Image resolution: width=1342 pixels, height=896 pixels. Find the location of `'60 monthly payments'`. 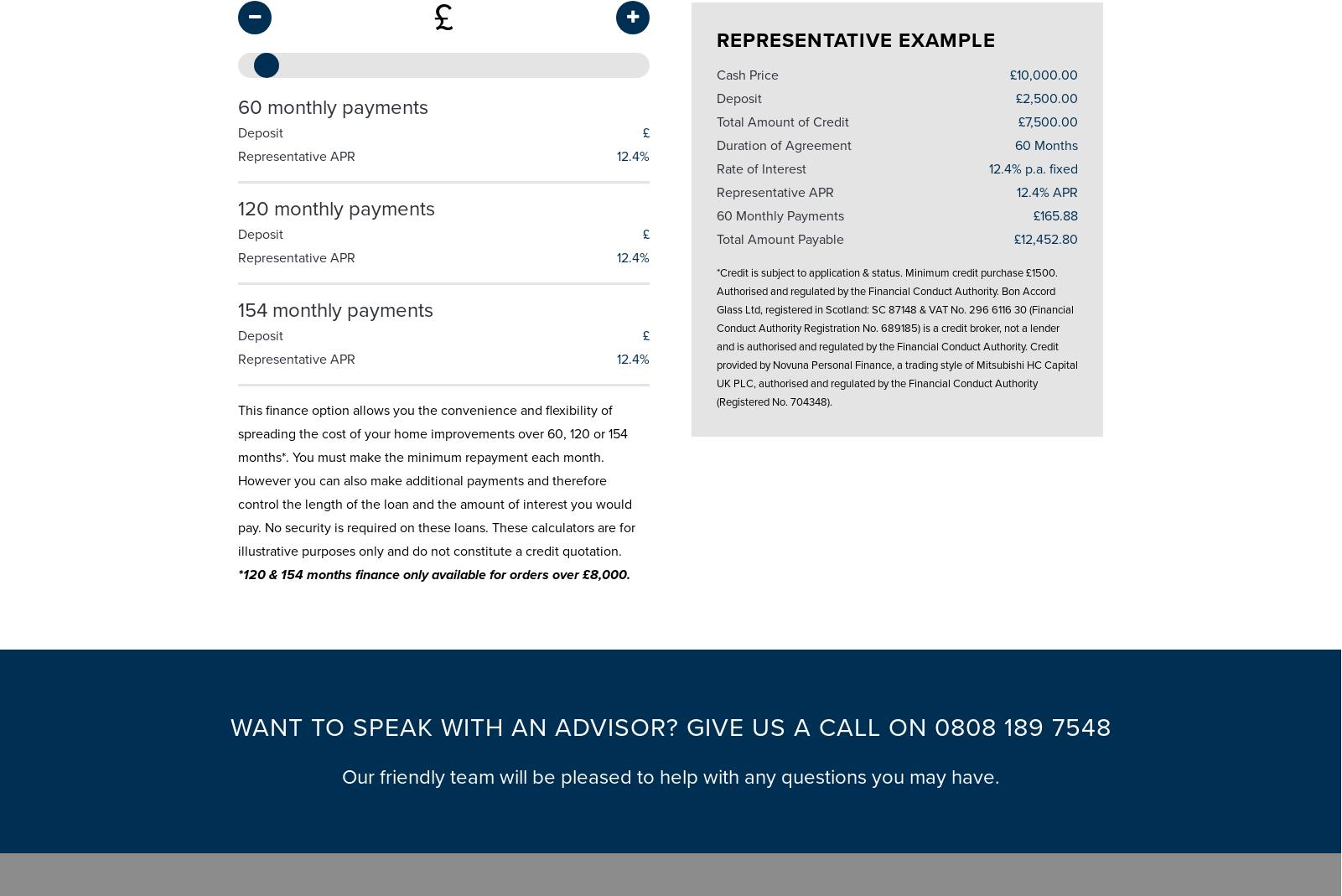

'60 monthly payments' is located at coordinates (331, 100).